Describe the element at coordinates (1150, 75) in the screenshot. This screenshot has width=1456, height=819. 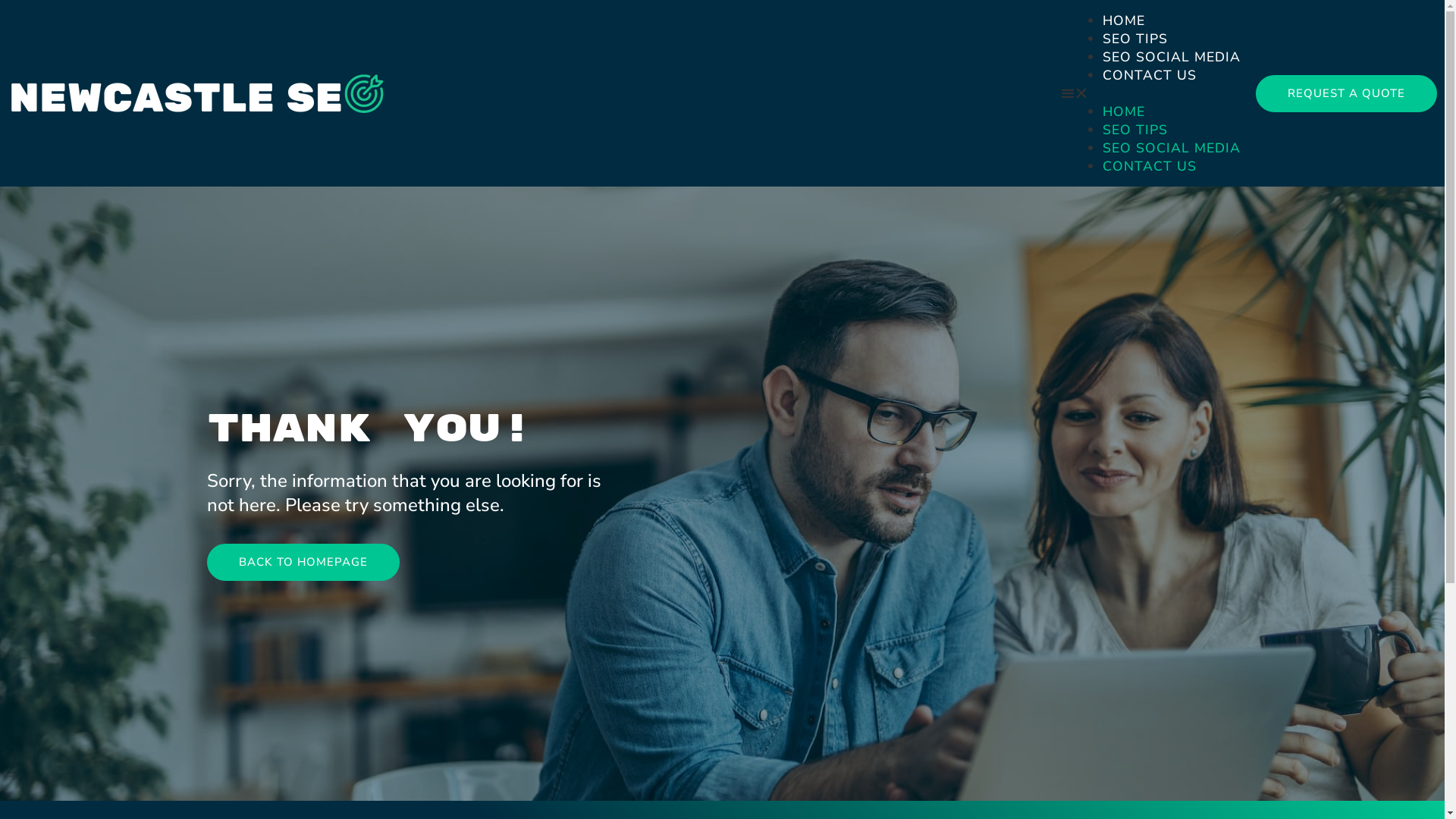
I see `'CONTACT US'` at that location.